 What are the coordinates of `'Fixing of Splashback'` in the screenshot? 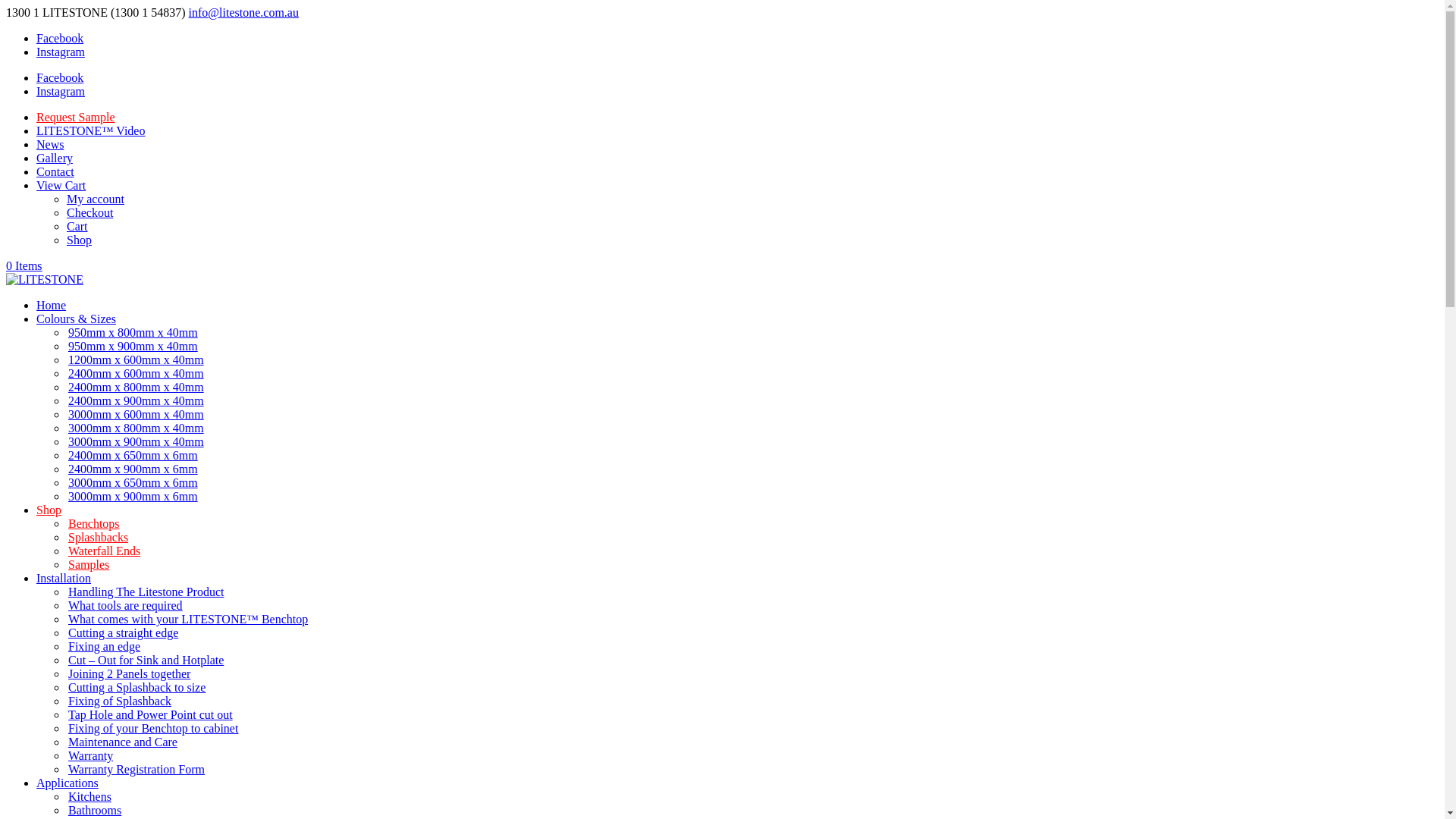 It's located at (65, 701).